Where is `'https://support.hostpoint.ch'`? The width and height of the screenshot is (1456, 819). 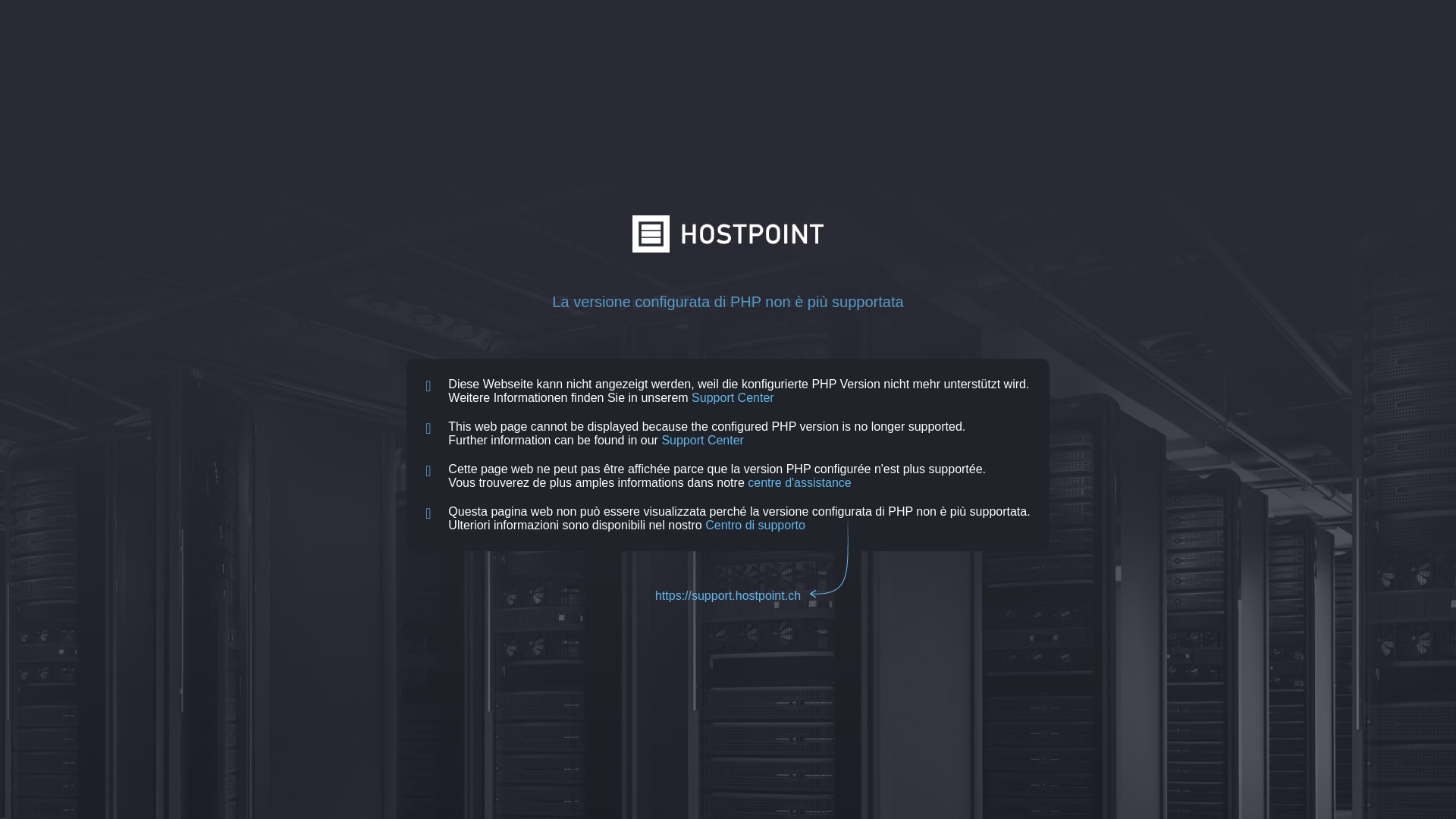
'https://support.hostpoint.ch' is located at coordinates (655, 595).